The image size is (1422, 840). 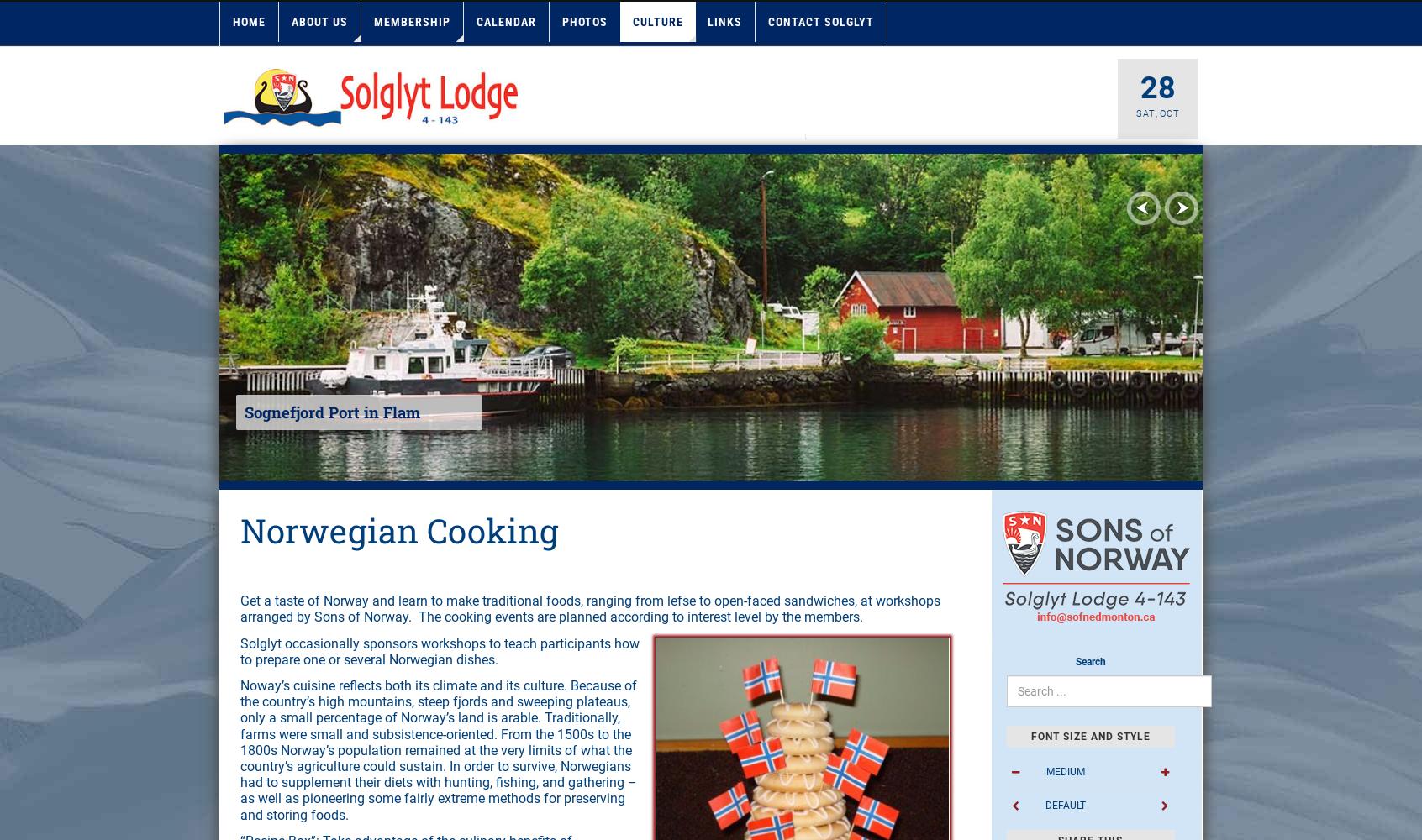 I want to click on 'Noway’s cuisine reflects both its climate and its culture. Because of the country’s high mountains, steep fjords and sweeping plateaus, only a small percentage of Norway’s land is arable. Traditionally, farms were small and subsistence-oriented. From the 1500s to the 1800s Norway’s population remained at the very limits of what the country’s agriculture could sustain. In order to survive, Norwegians had to supplement their diets with hunting, fishing, and gathering – as well as pioneering some fairly extreme methods for preserving and storing foods.', so click(x=239, y=750).